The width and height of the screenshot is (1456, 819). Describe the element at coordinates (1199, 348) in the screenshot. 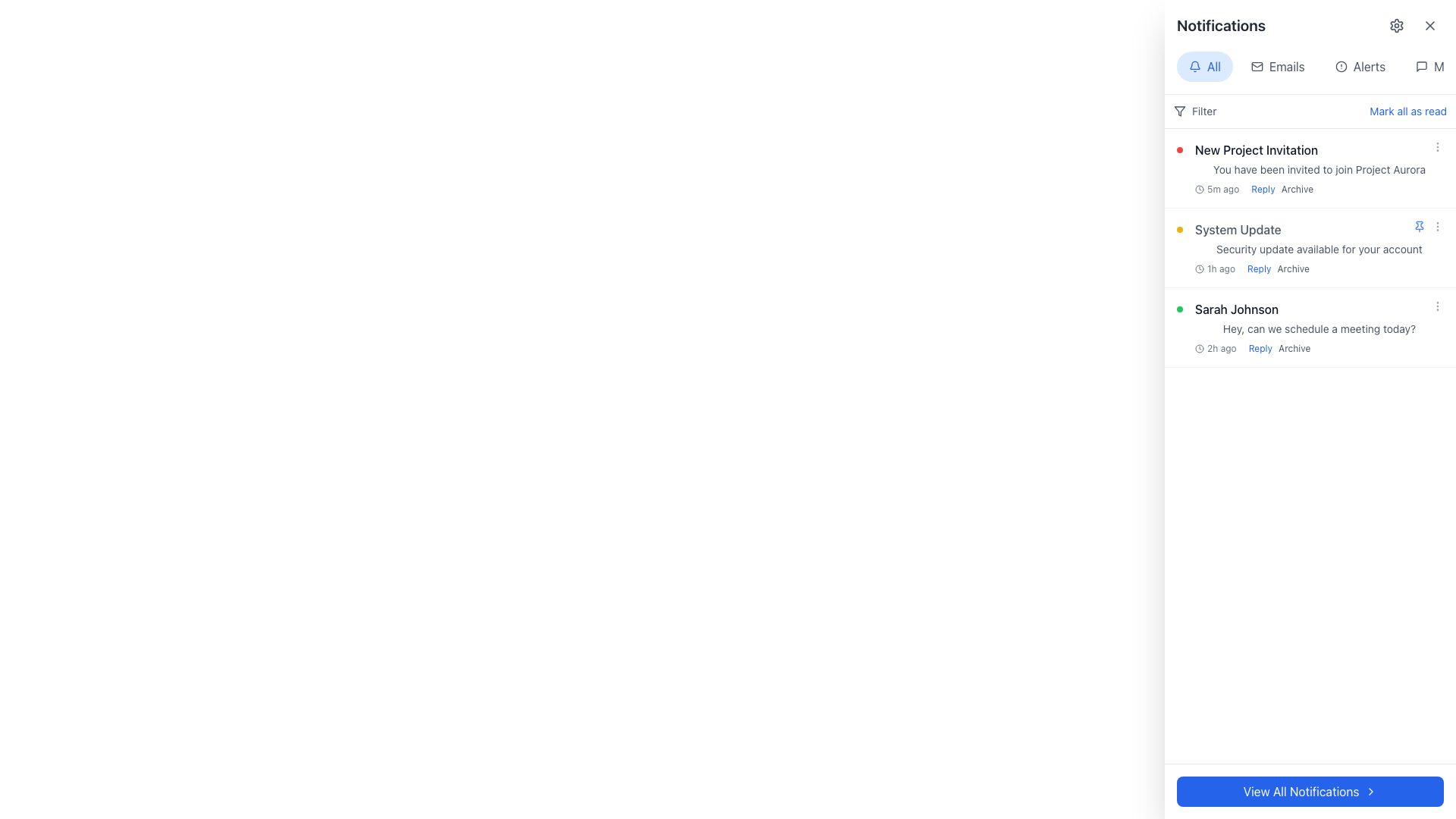

I see `the clock icon located to the left of the '2h ago' timestamp in the bottom notification entry of the right-side notification panel` at that location.